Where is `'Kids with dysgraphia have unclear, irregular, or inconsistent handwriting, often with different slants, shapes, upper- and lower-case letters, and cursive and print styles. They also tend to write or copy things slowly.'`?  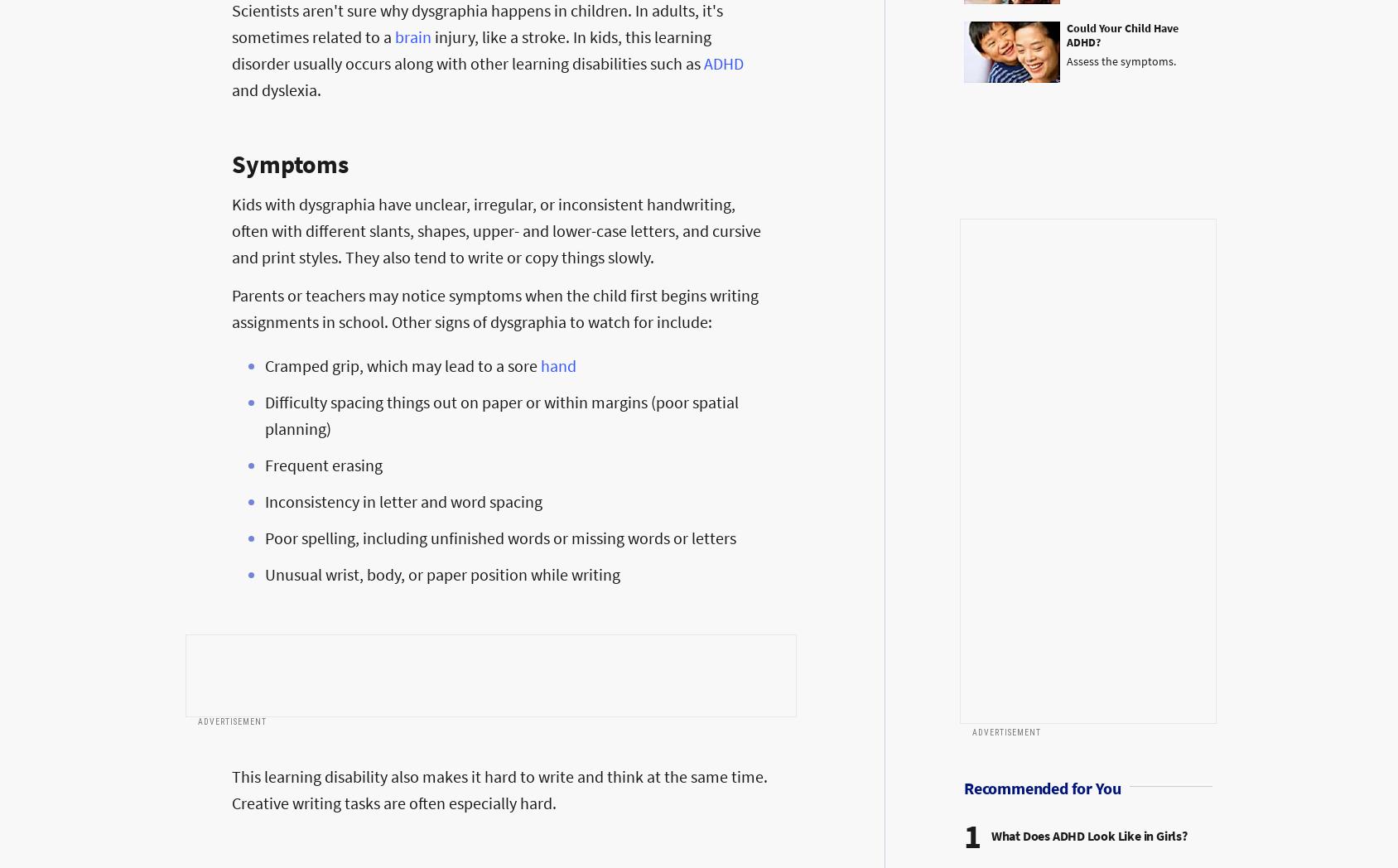 'Kids with dysgraphia have unclear, irregular, or inconsistent handwriting, often with different slants, shapes, upper- and lower-case letters, and cursive and print styles. They also tend to write or copy things slowly.' is located at coordinates (496, 229).